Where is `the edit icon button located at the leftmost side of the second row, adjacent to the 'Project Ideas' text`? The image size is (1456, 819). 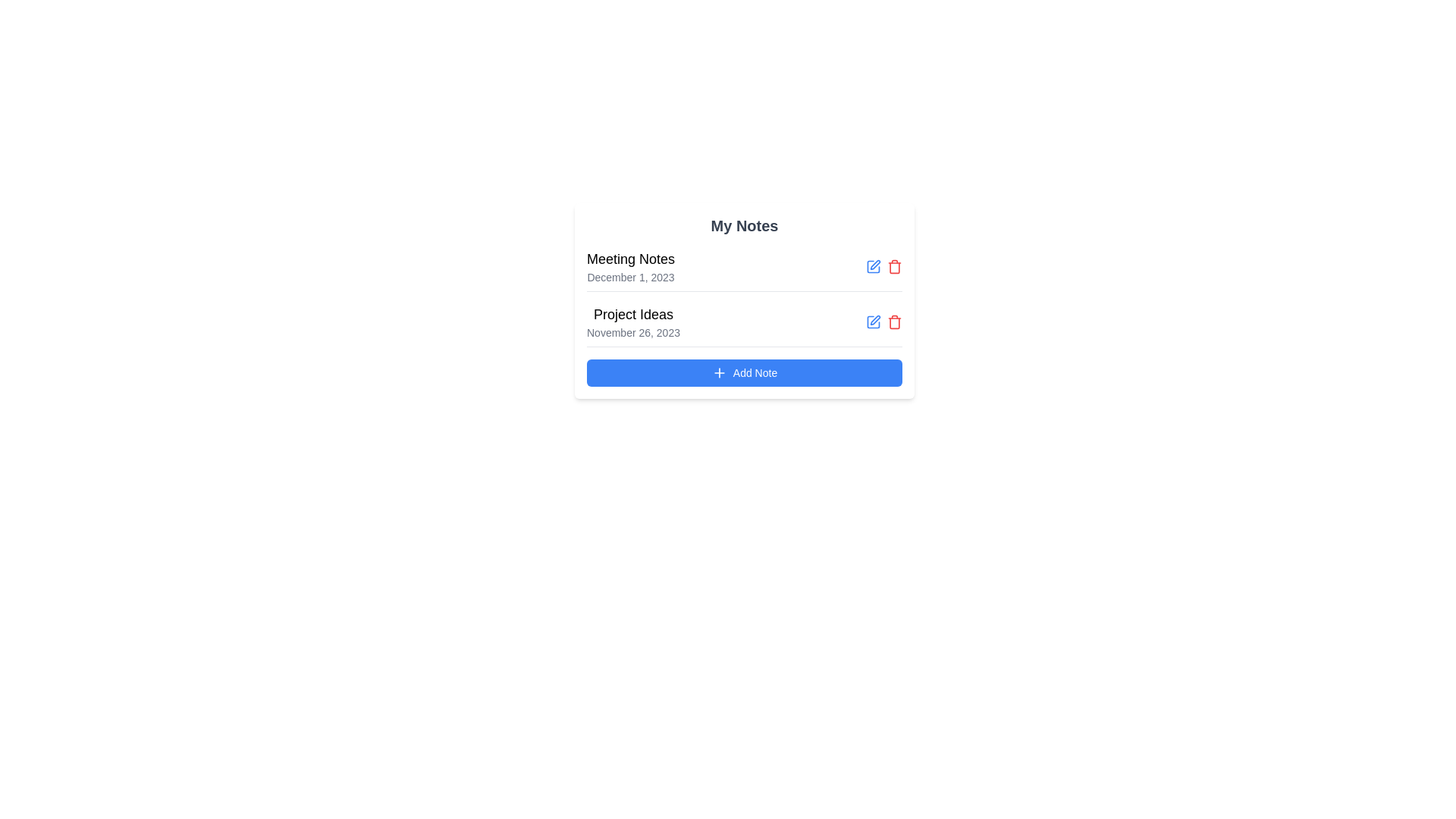
the edit icon button located at the leftmost side of the second row, adjacent to the 'Project Ideas' text is located at coordinates (874, 321).